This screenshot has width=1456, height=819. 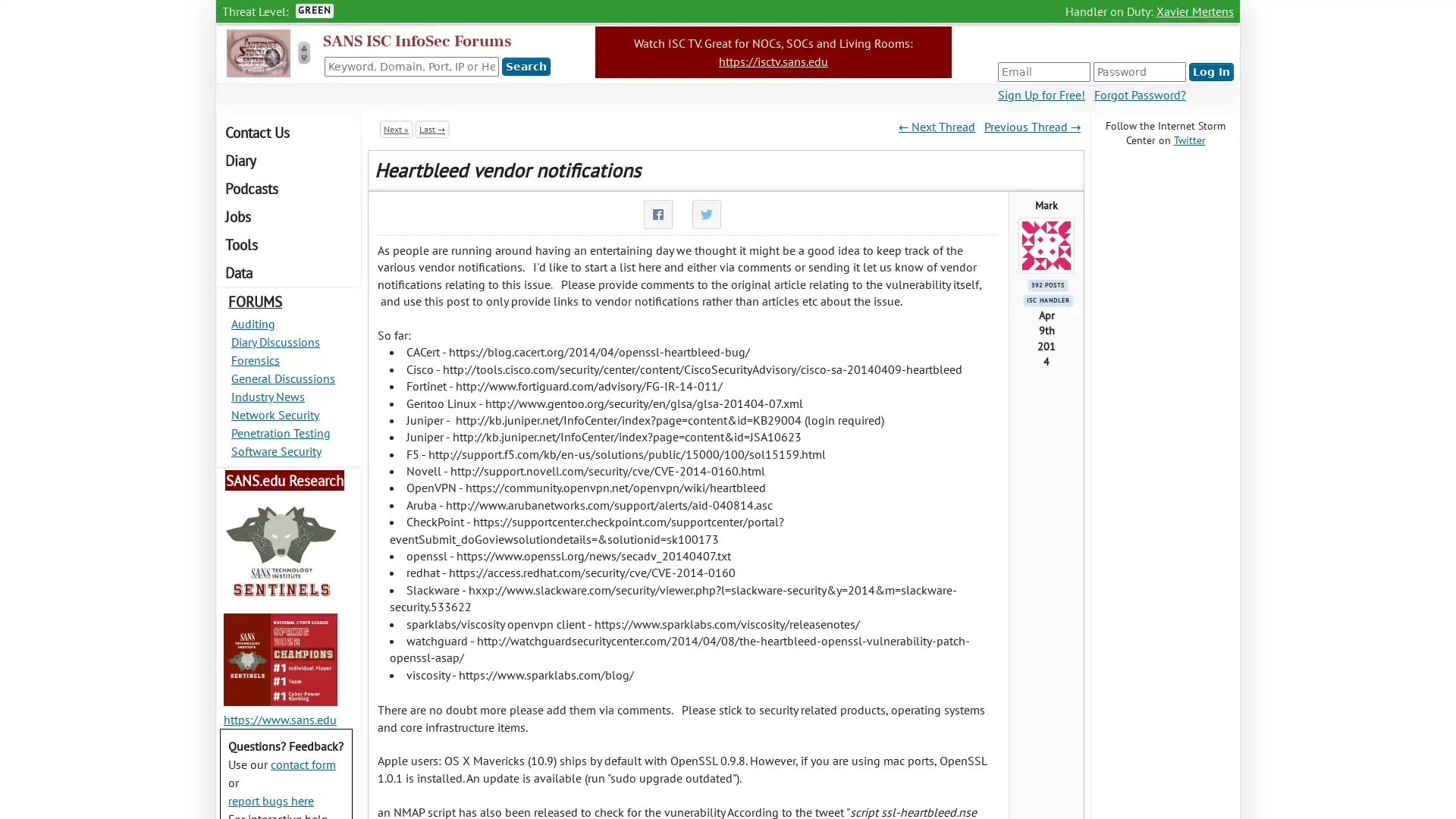 I want to click on Log In, so click(x=1210, y=72).